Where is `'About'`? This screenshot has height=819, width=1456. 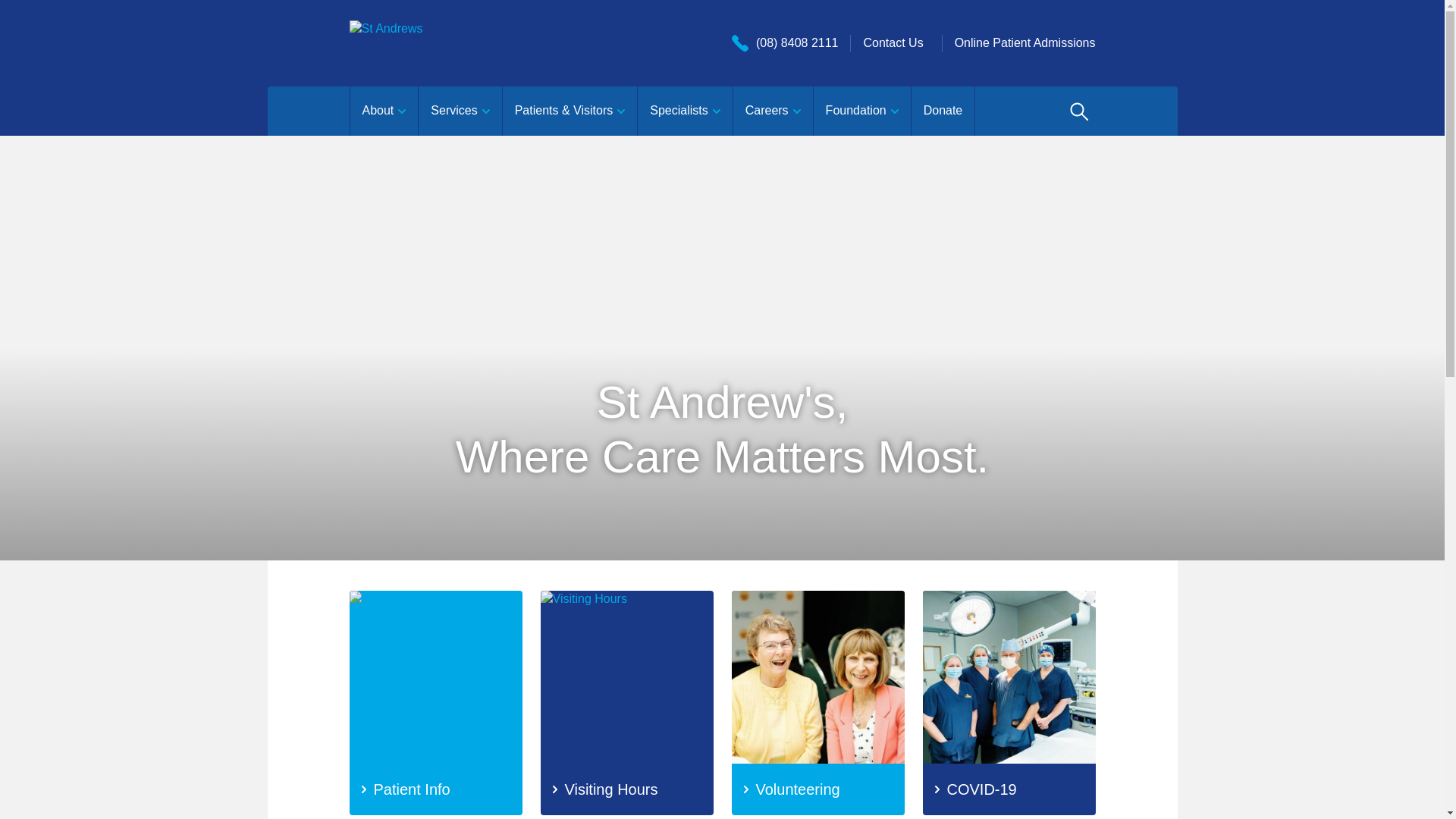
'About' is located at coordinates (383, 110).